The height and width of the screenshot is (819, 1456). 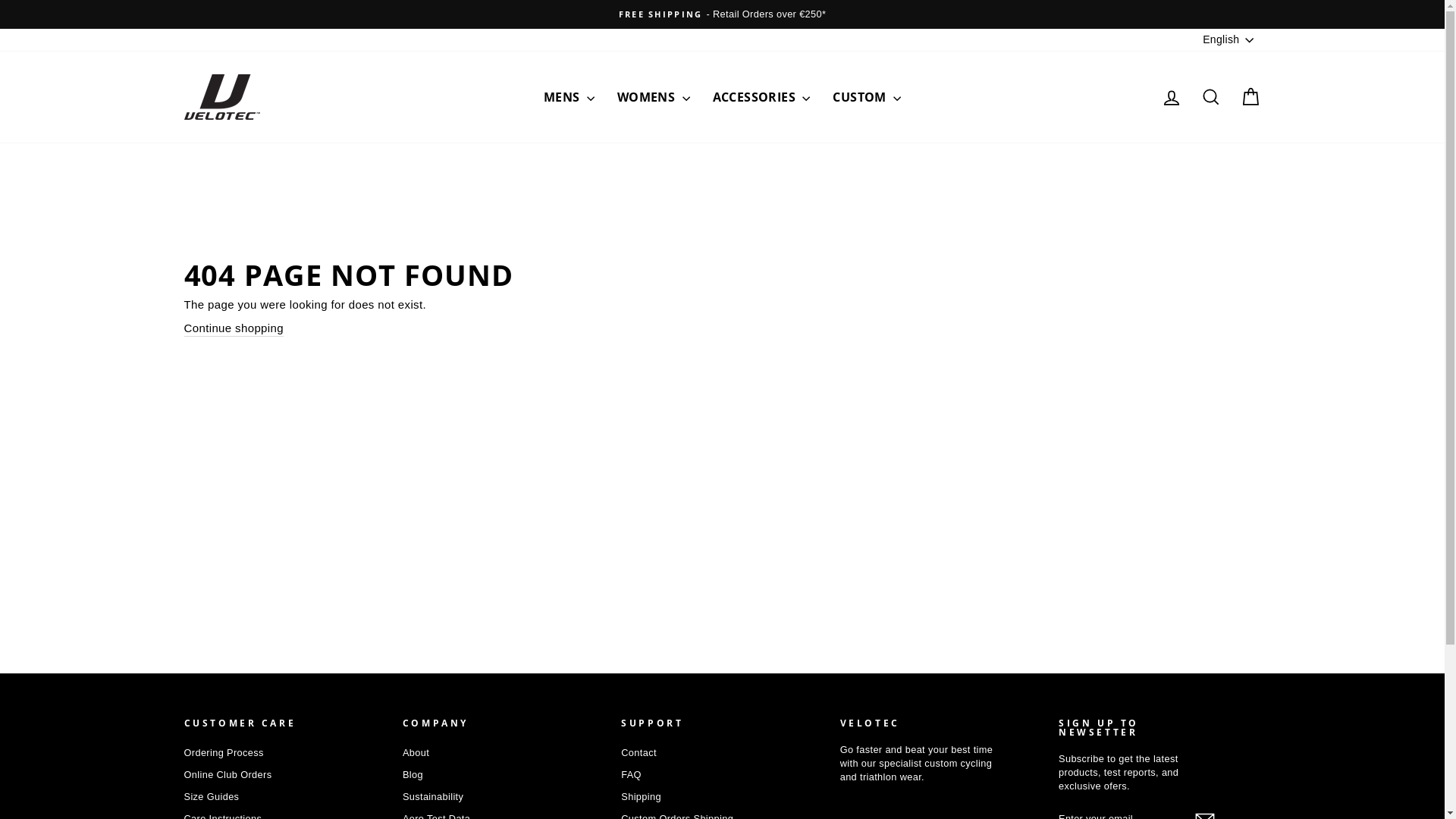 I want to click on 'Online Club Orders', so click(x=226, y=775).